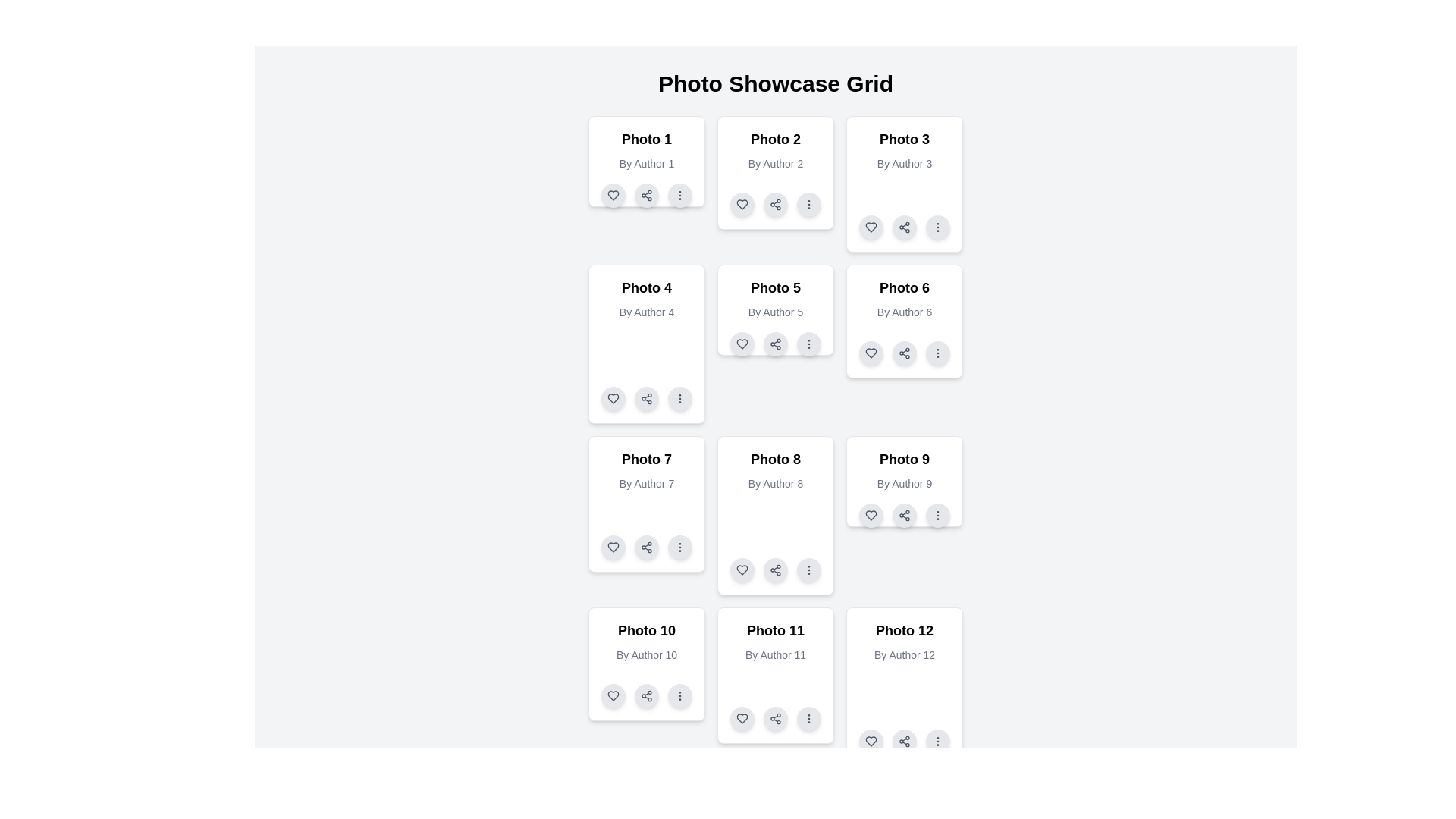 This screenshot has height=819, width=1456. I want to click on the middle circular button with a light gray background and a share symbol icon located at the bottom of the card labeled 'Photo 1, By Author 1', so click(647, 195).